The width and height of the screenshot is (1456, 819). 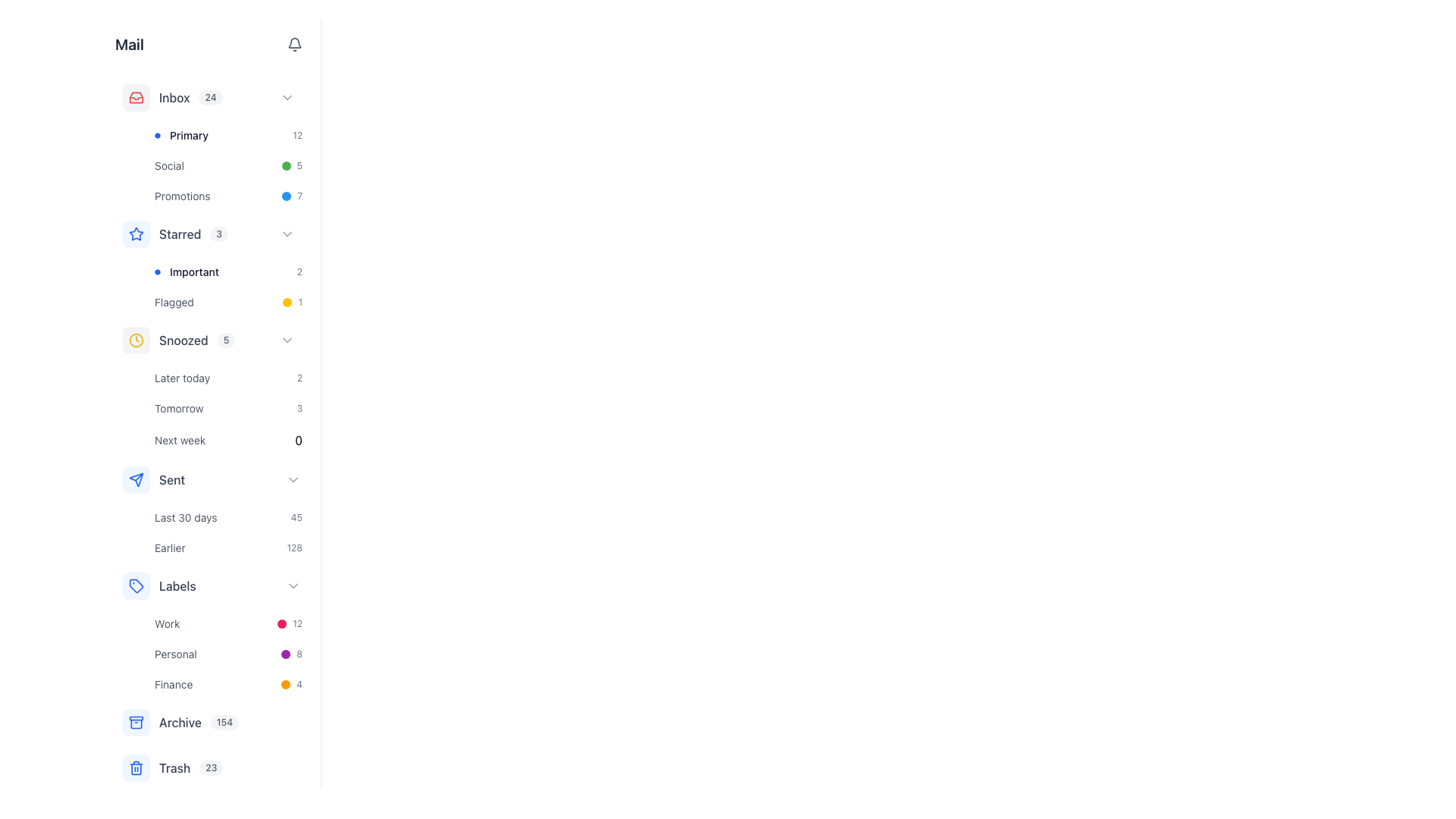 I want to click on the small rounded badge displaying the number '3' next to the 'Starred' label in the vertical navigation menu to interact with the count, so click(x=193, y=234).